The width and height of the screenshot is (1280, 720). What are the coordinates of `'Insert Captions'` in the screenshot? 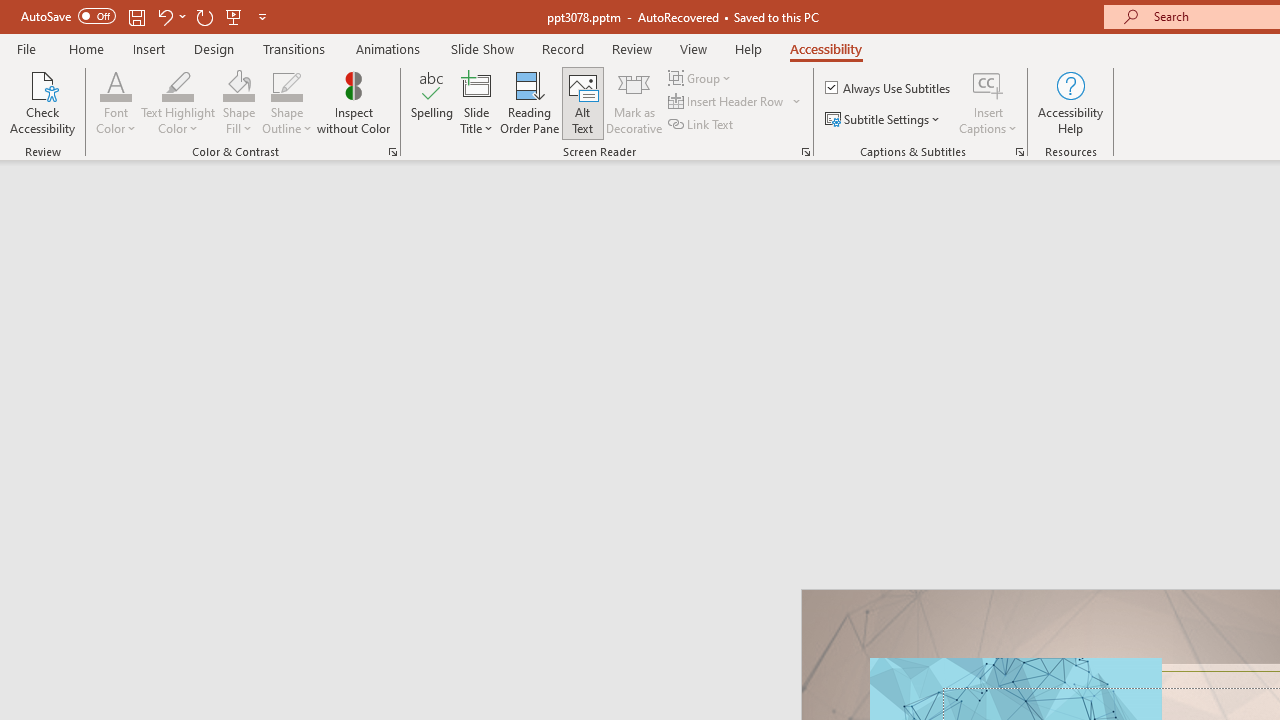 It's located at (988, 84).